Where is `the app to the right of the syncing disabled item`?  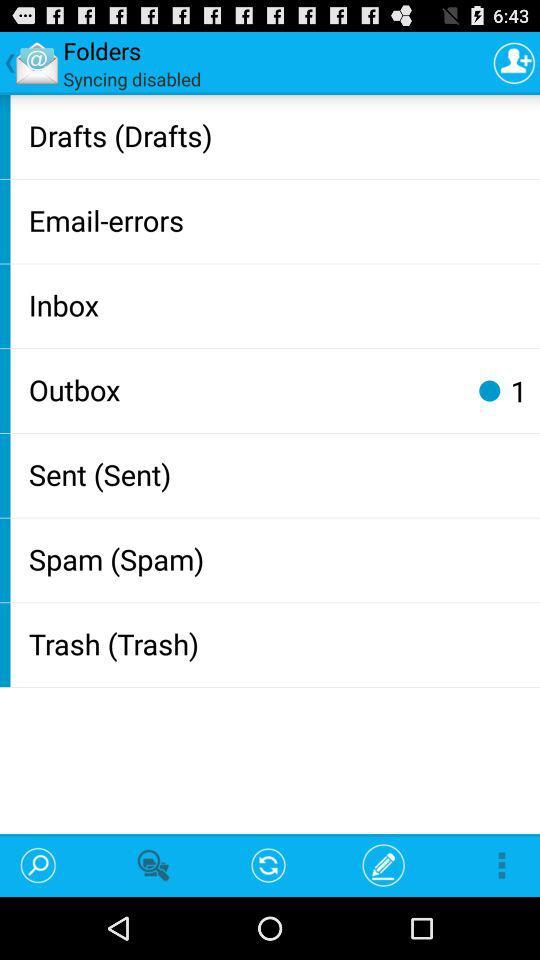
the app to the right of the syncing disabled item is located at coordinates (514, 62).